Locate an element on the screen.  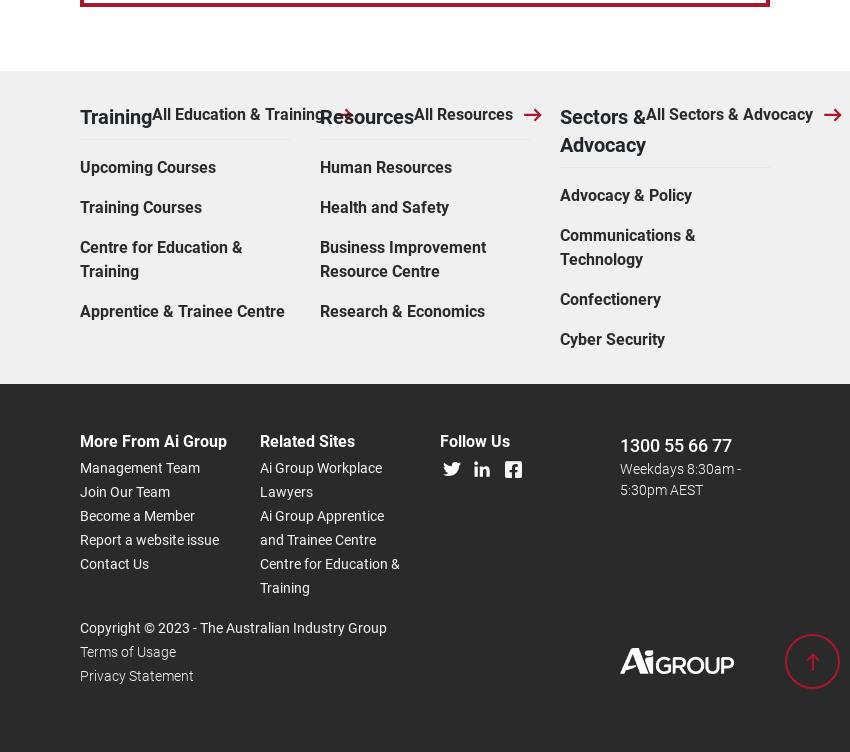
'Weekdays 8:30am - 5:30pm AEST' is located at coordinates (680, 255).